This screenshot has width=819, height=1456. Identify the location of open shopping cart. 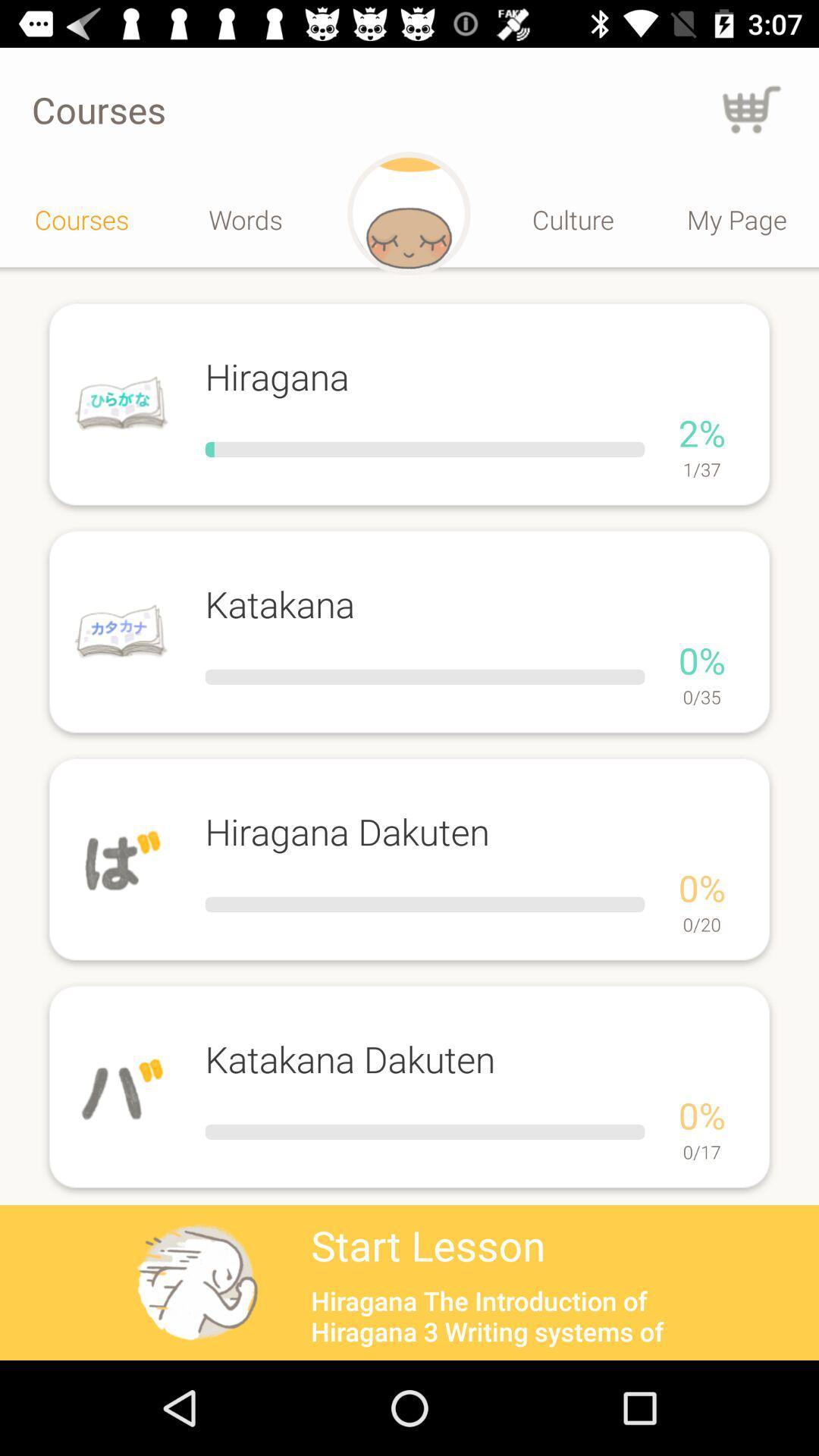
(752, 108).